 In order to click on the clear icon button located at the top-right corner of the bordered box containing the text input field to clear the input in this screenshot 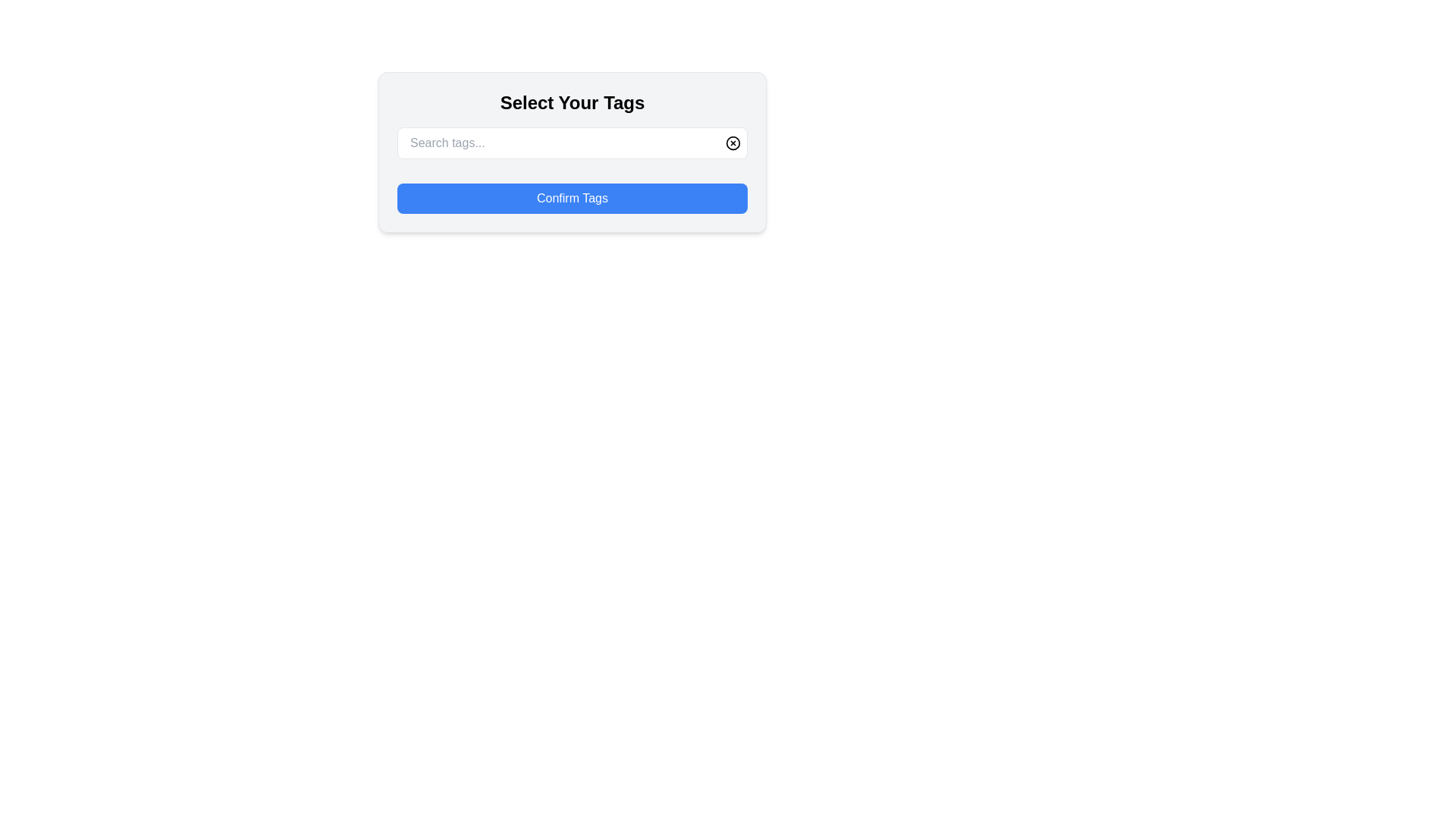, I will do `click(733, 143)`.